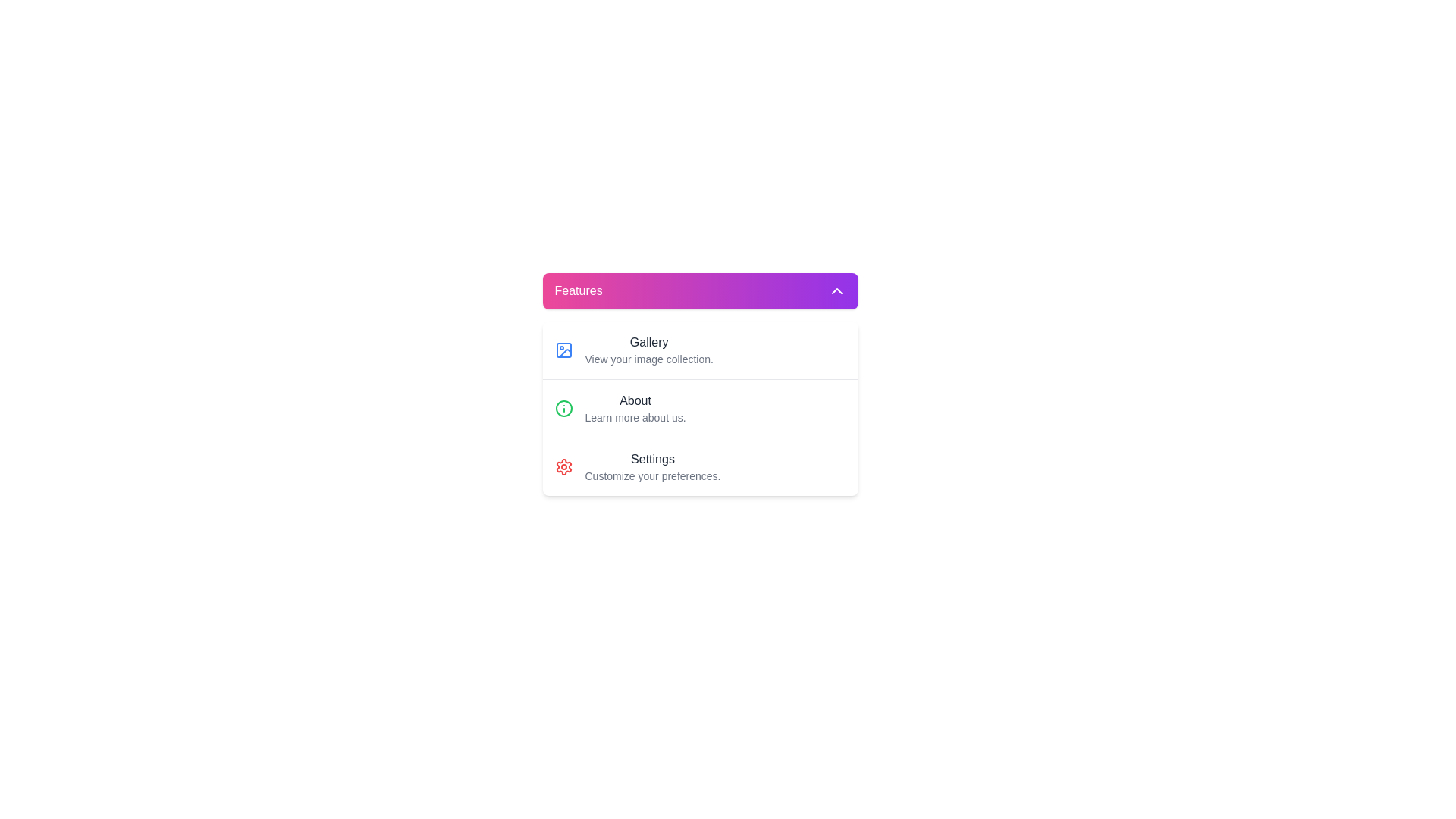 This screenshot has height=819, width=1456. What do you see at coordinates (649, 359) in the screenshot?
I see `the text label that contains the phrase 'View your image collection.', which is styled with a small font size and gray color, positioned below the 'Gallery' title` at bounding box center [649, 359].